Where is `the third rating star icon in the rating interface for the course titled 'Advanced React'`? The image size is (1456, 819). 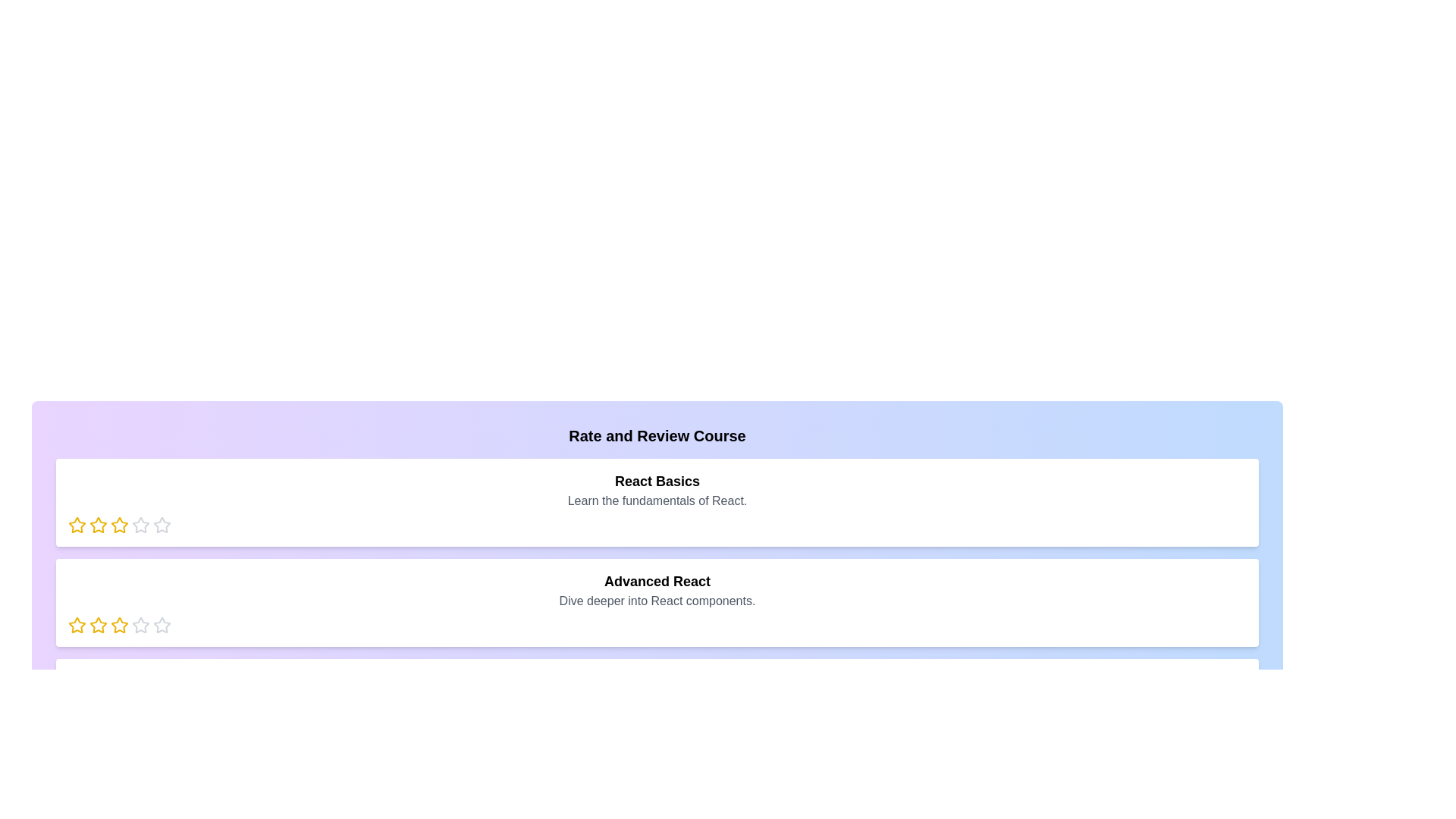
the third rating star icon in the rating interface for the course titled 'Advanced React' is located at coordinates (97, 626).